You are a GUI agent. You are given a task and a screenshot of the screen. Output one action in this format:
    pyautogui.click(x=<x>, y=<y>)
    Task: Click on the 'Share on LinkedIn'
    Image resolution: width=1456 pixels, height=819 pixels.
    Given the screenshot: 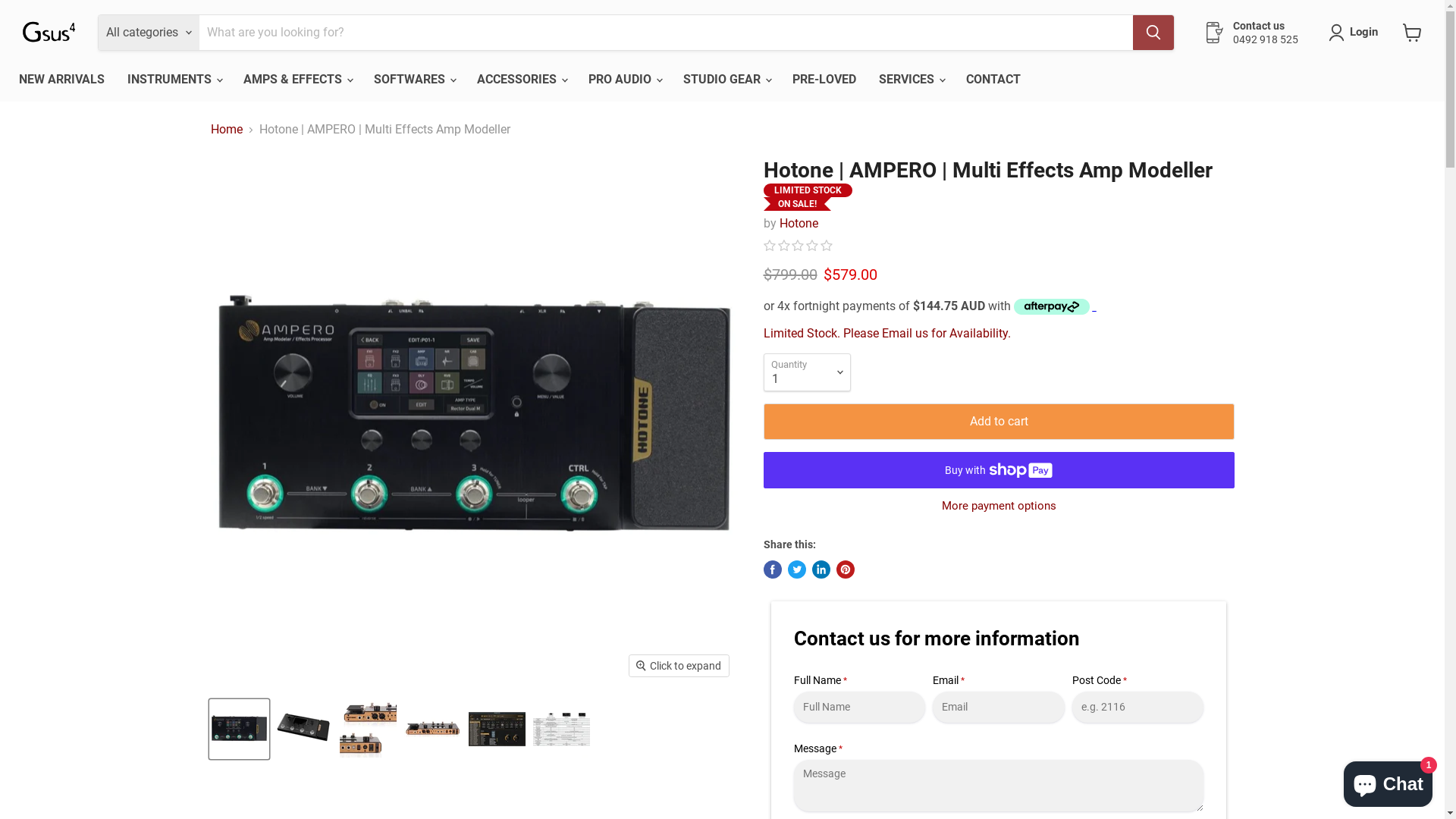 What is the action you would take?
    pyautogui.click(x=819, y=570)
    